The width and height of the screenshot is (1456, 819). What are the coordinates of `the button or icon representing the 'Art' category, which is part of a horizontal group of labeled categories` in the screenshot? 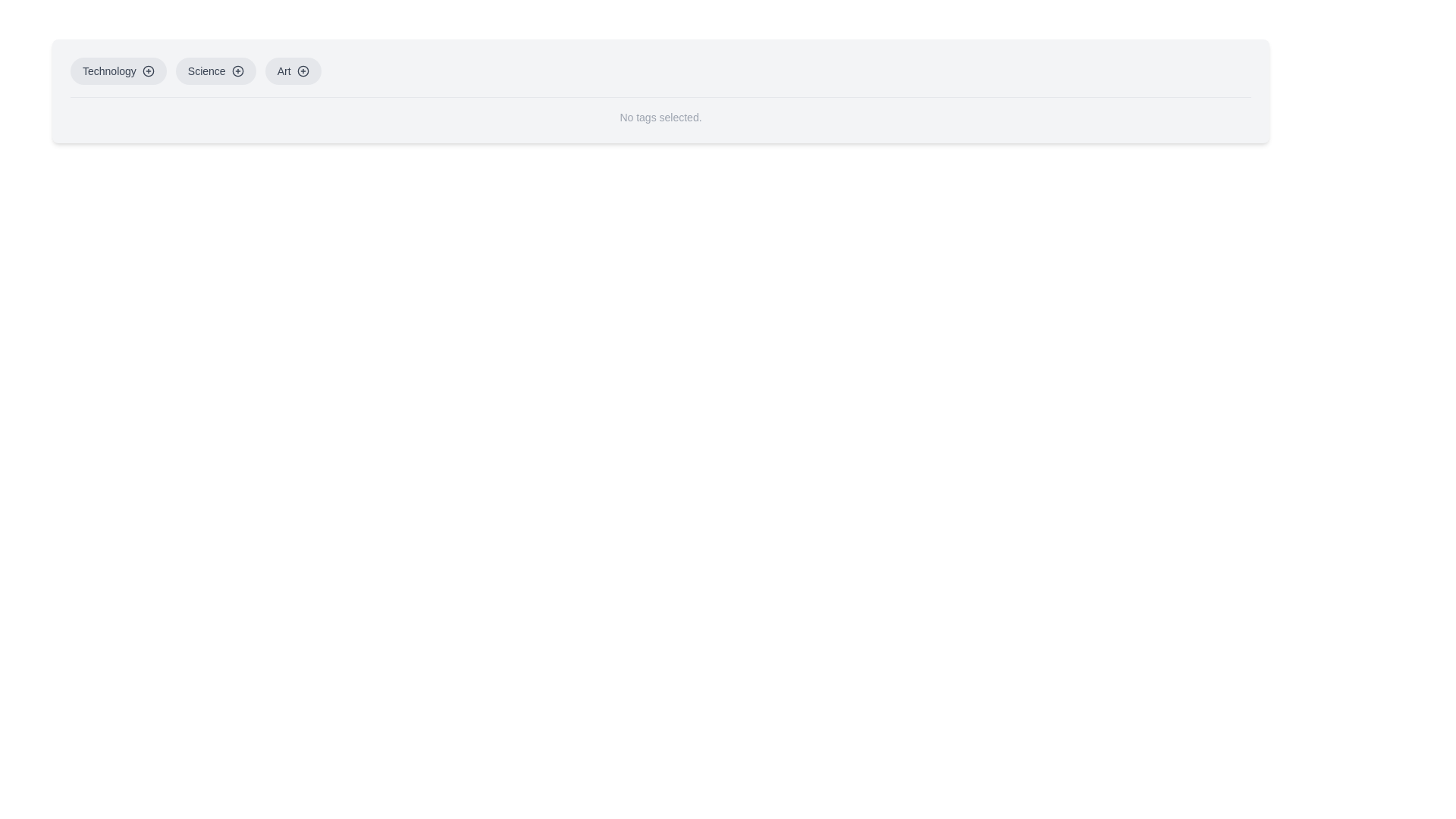 It's located at (303, 71).